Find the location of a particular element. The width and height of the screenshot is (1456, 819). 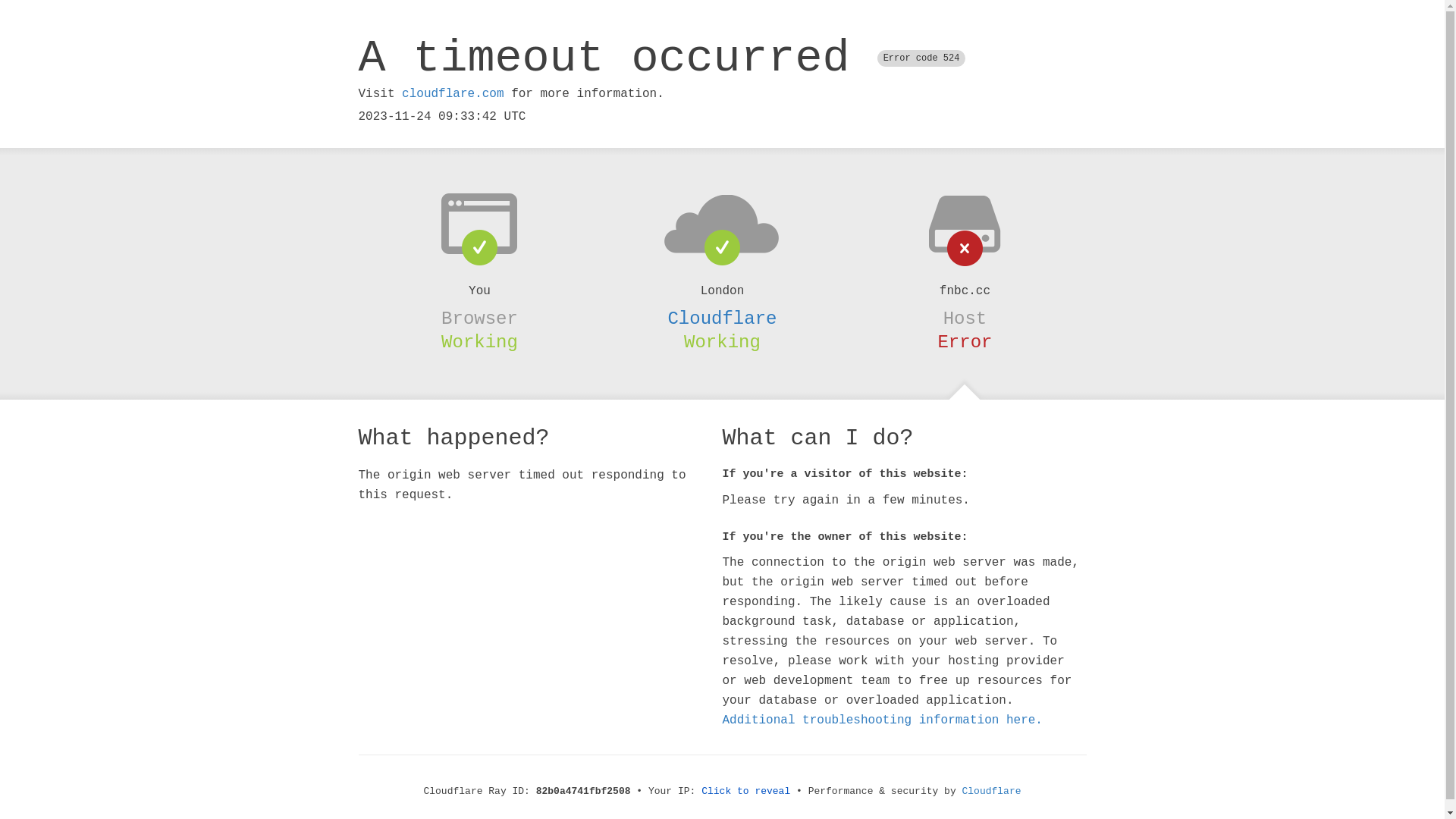

'Additional troubleshooting information here.' is located at coordinates (881, 719).